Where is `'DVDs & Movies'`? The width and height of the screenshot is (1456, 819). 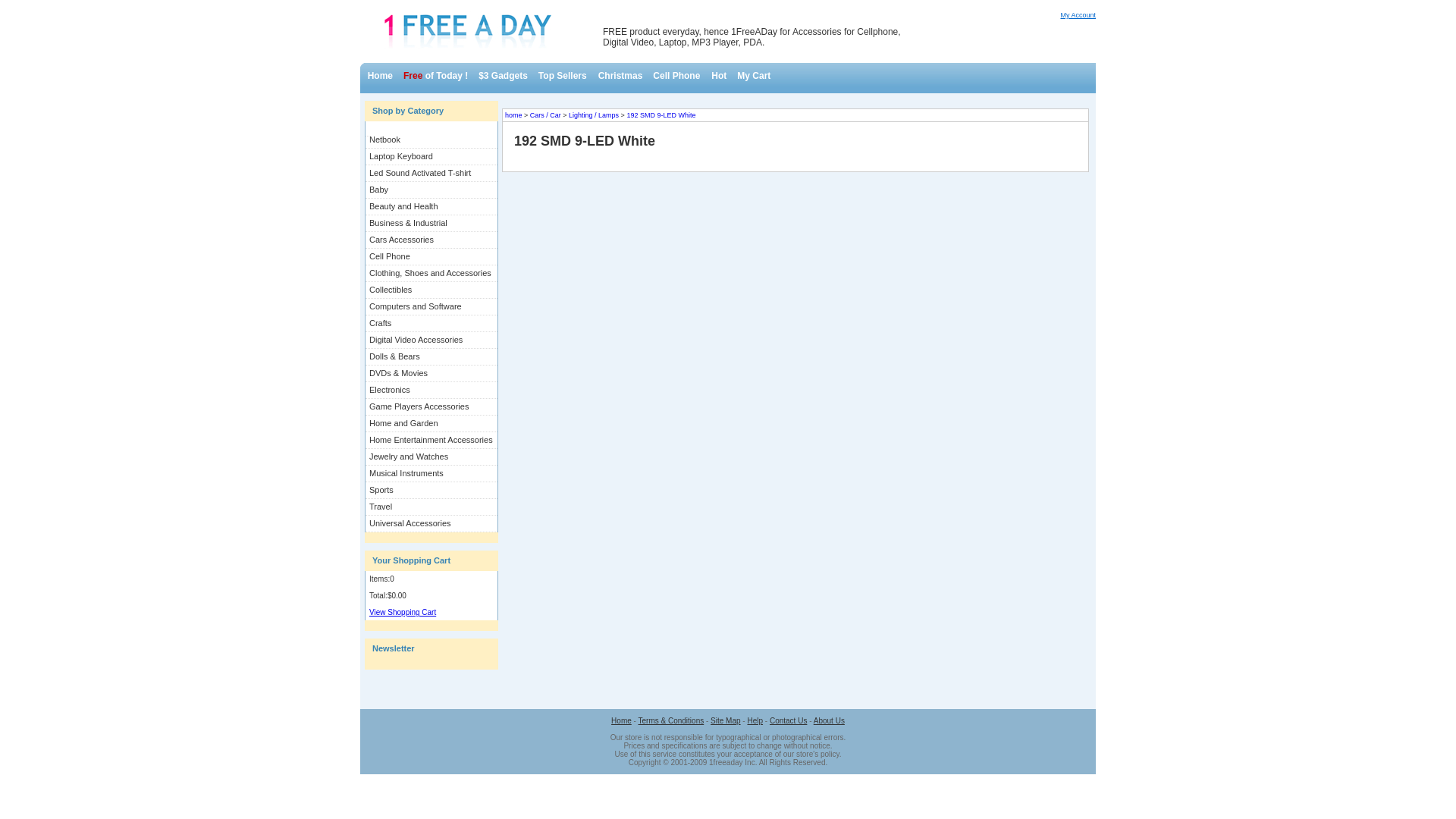
'DVDs & Movies' is located at coordinates (432, 373).